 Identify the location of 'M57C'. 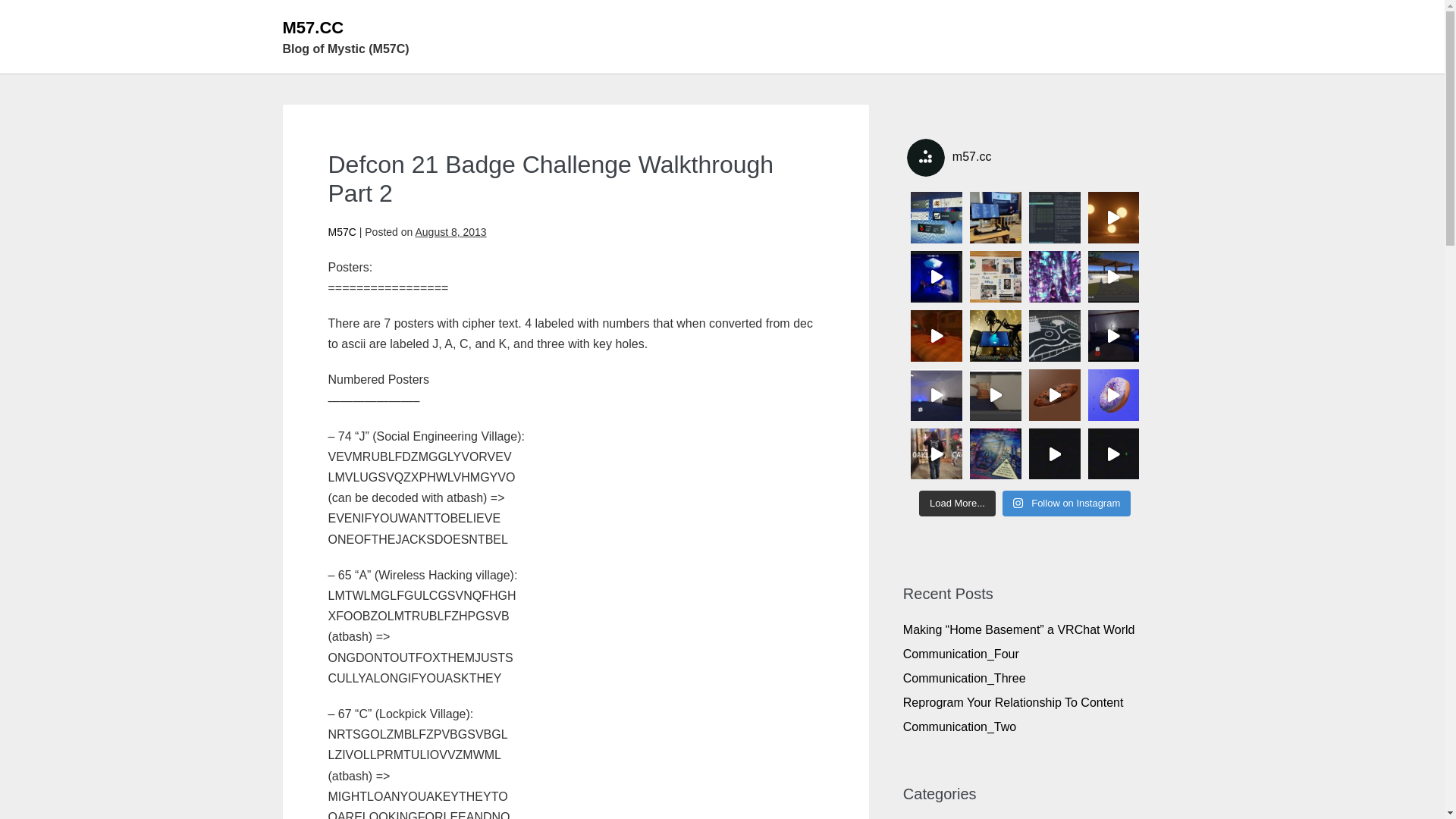
(340, 231).